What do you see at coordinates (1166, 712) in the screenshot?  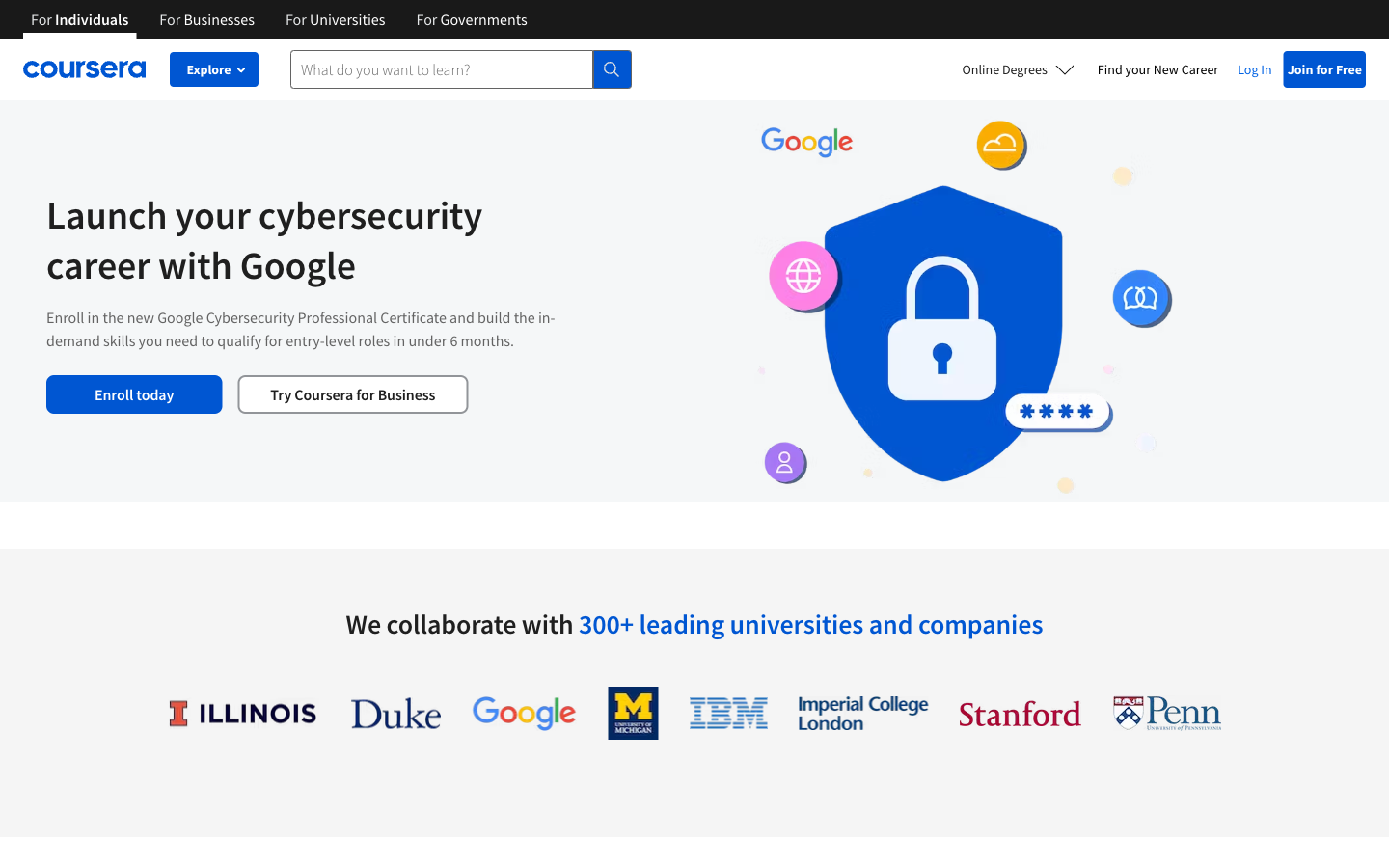 I see `See details of University of Pennsylvania` at bounding box center [1166, 712].